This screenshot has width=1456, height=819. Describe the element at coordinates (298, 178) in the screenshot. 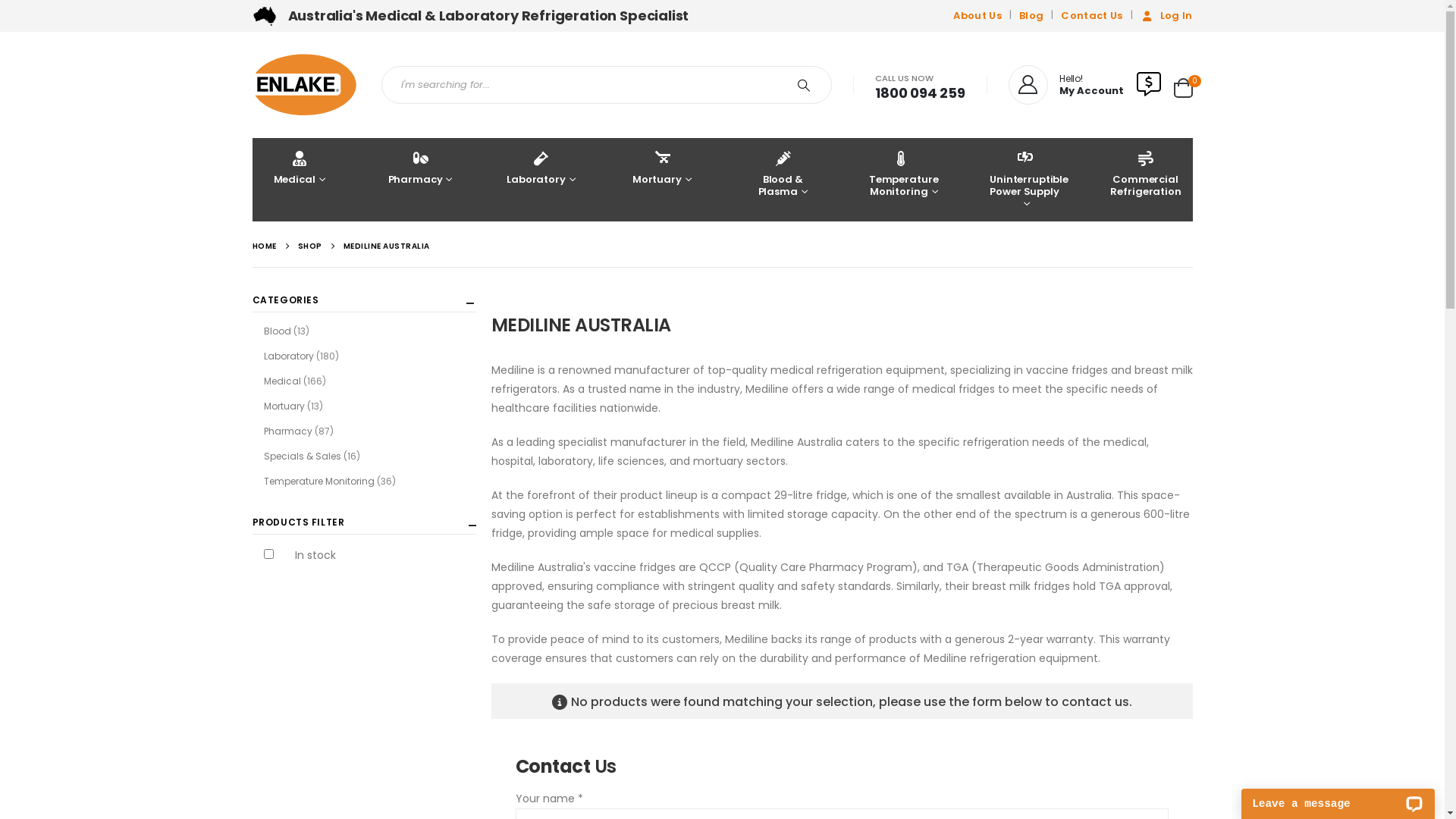

I see `'Medical'` at that location.